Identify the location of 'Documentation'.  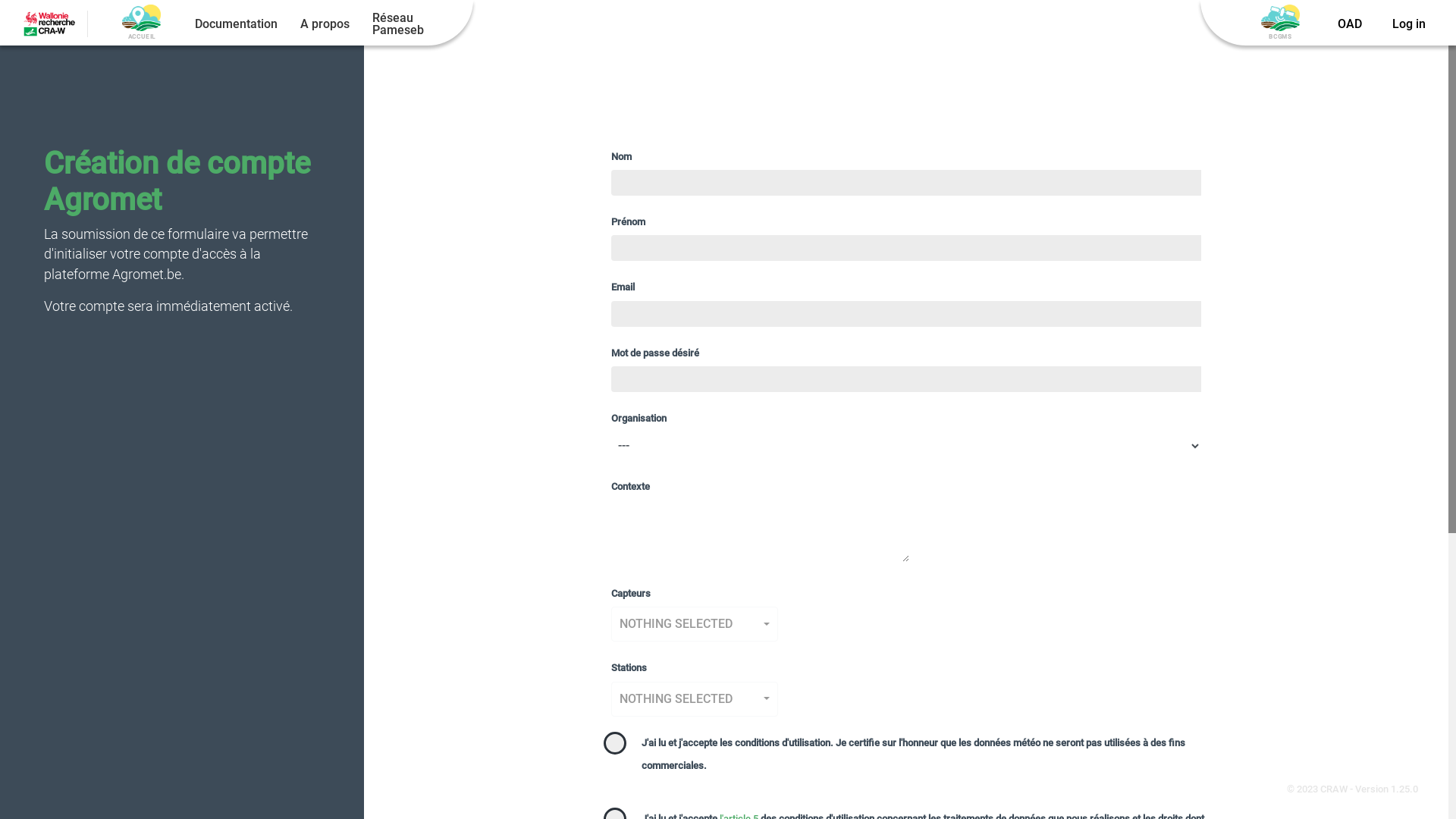
(235, 24).